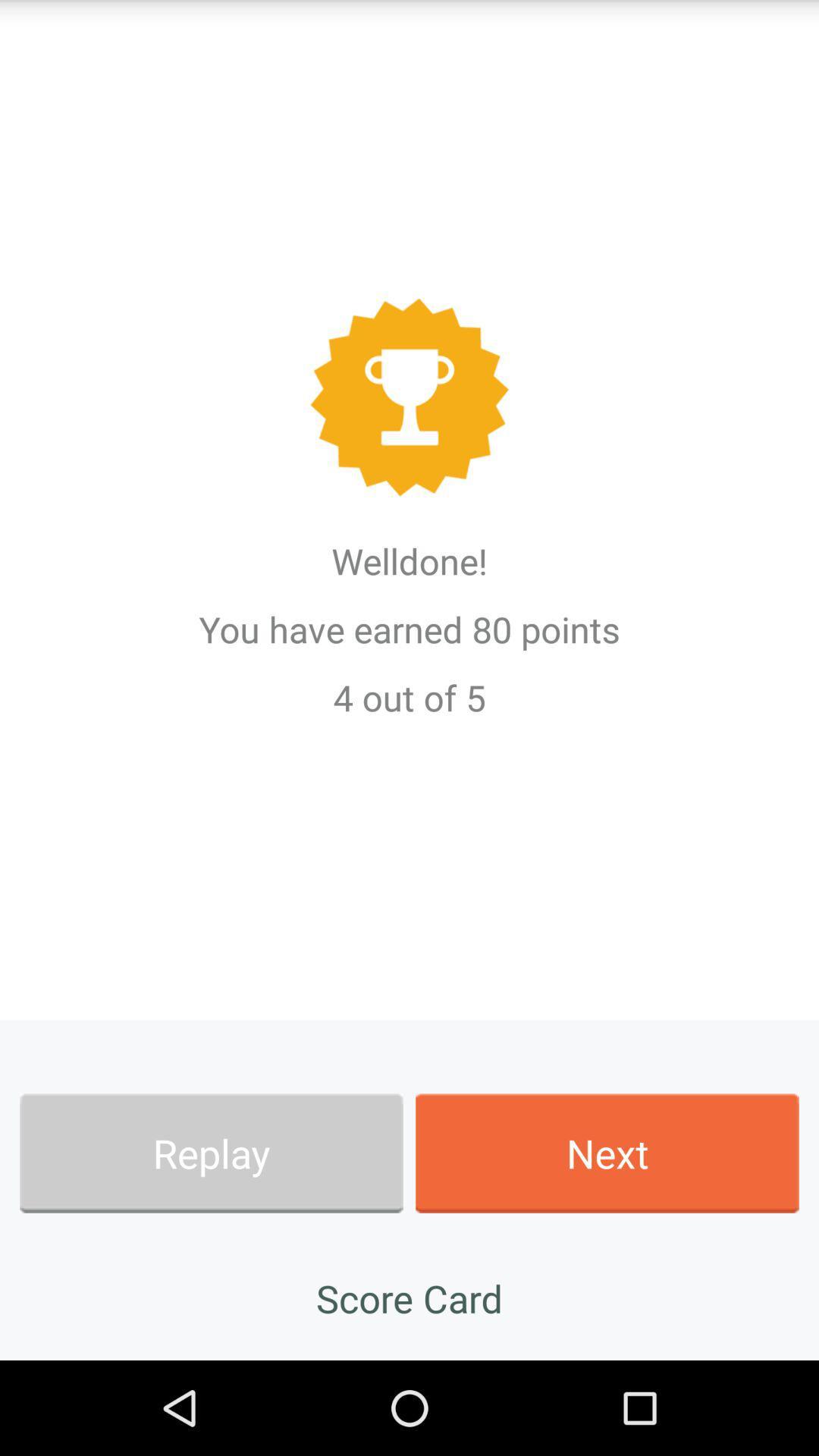 The height and width of the screenshot is (1456, 819). Describe the element at coordinates (211, 1153) in the screenshot. I see `item to the left of next` at that location.